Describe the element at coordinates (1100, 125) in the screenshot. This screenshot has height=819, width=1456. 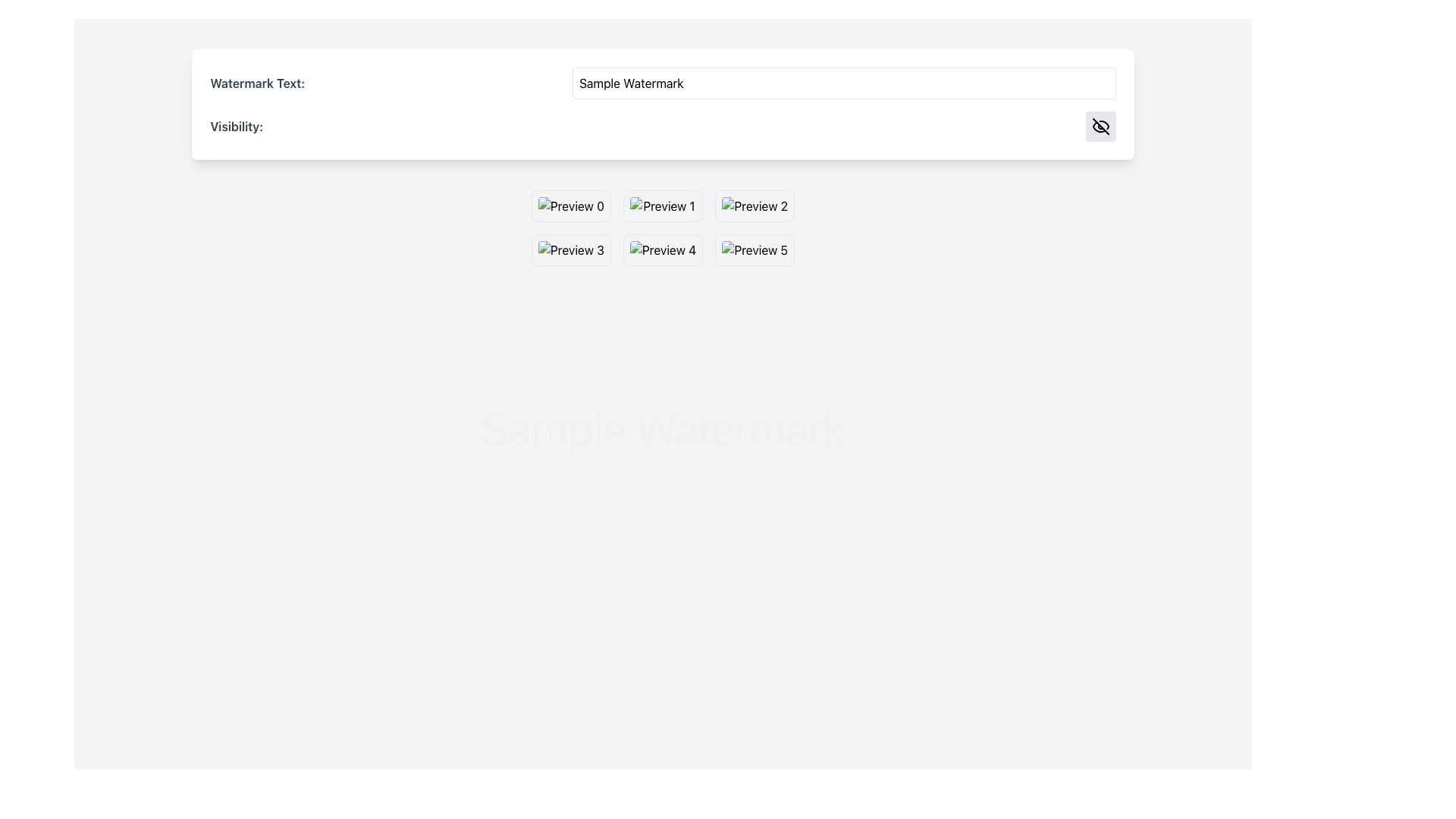
I see `the vector graphic-based icon located in the 'Visibility' section, positioned at the top-right corner of the section` at that location.